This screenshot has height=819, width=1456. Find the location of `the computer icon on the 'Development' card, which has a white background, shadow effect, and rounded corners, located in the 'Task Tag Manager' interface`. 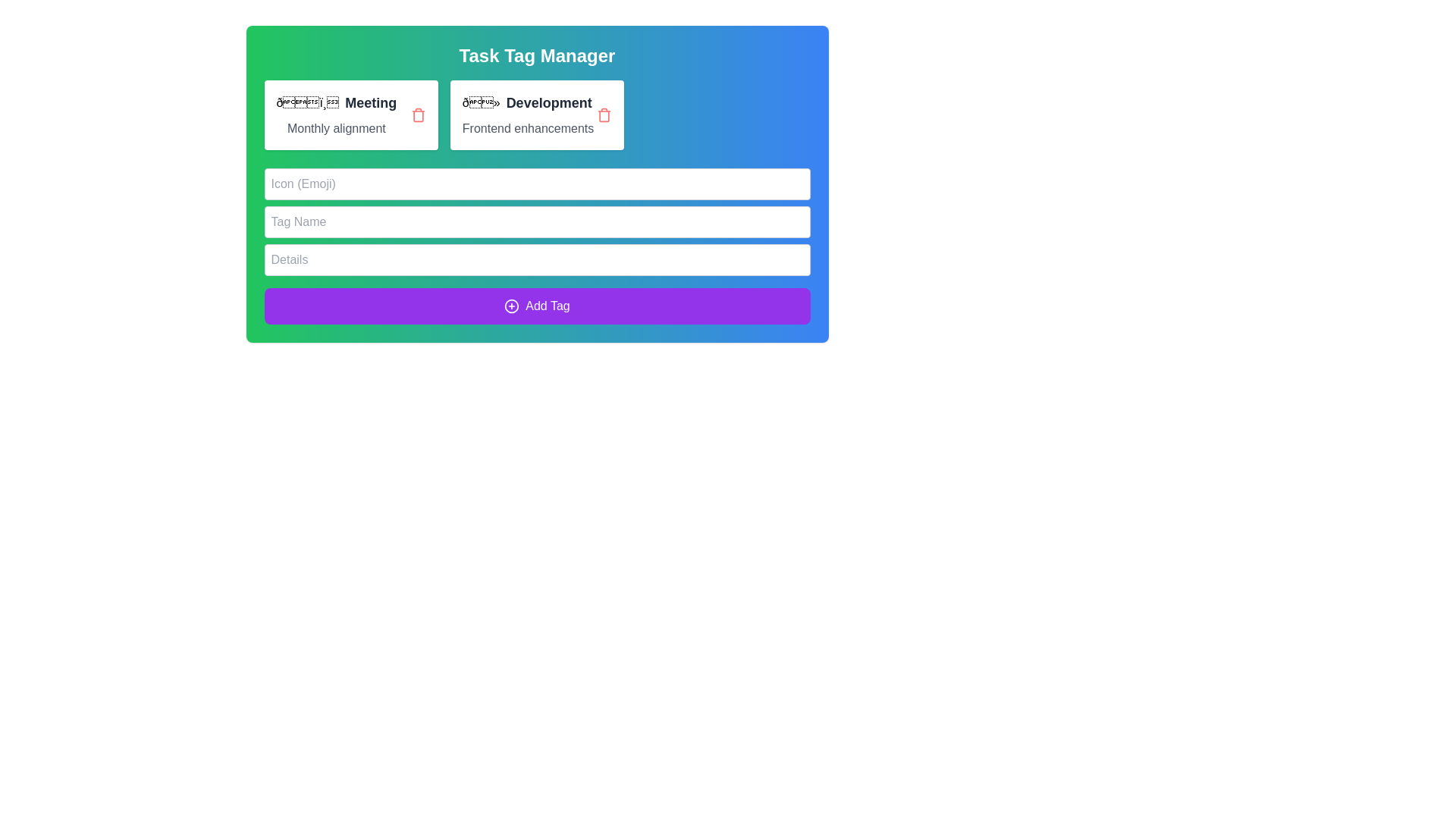

the computer icon on the 'Development' card, which has a white background, shadow effect, and rounded corners, located in the 'Task Tag Manager' interface is located at coordinates (537, 114).